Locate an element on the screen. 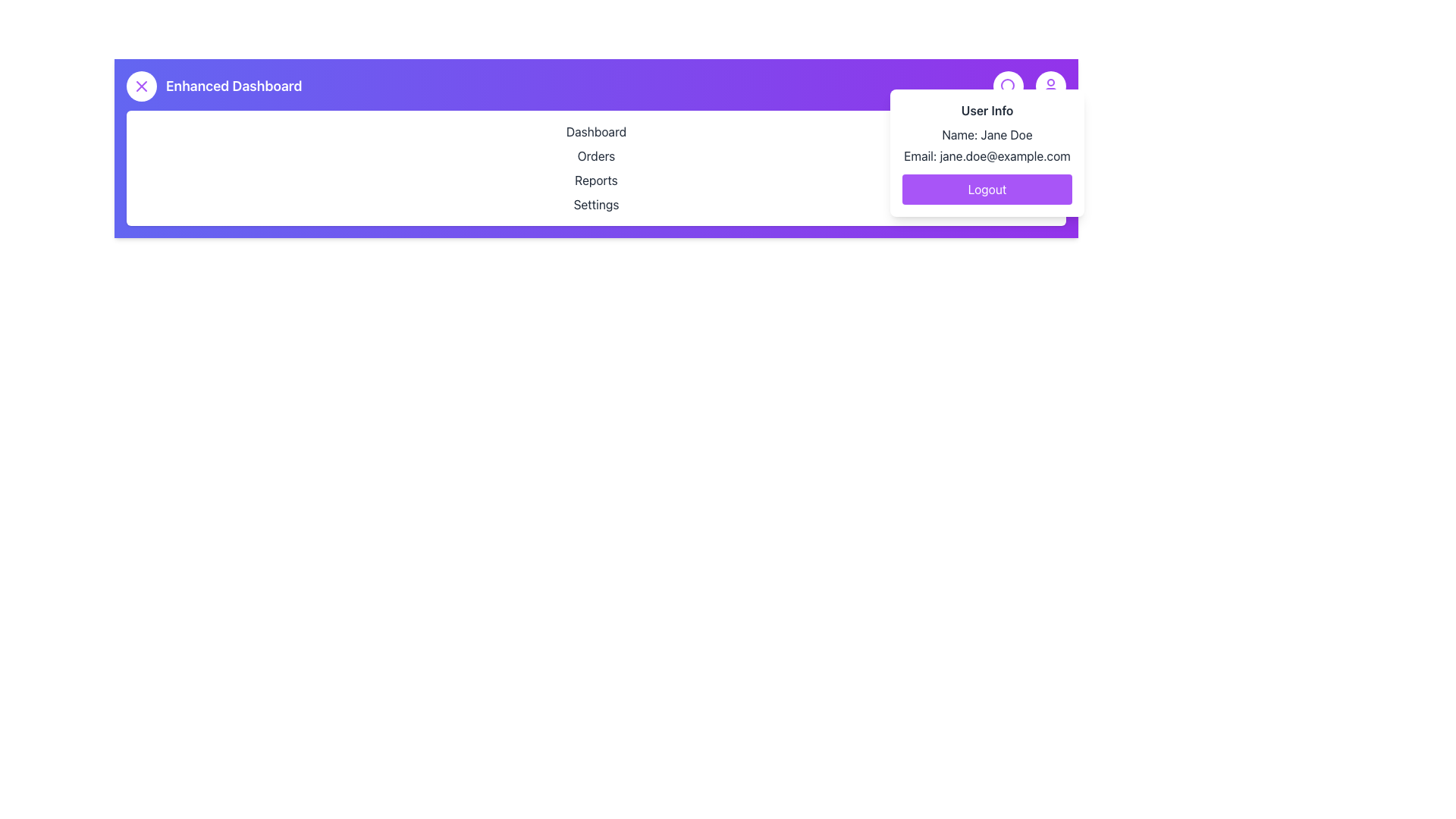 The image size is (1456, 819). the circular button with a white background, purple border, and keyhole icon located in the upper right corner of the interface is located at coordinates (1008, 86).